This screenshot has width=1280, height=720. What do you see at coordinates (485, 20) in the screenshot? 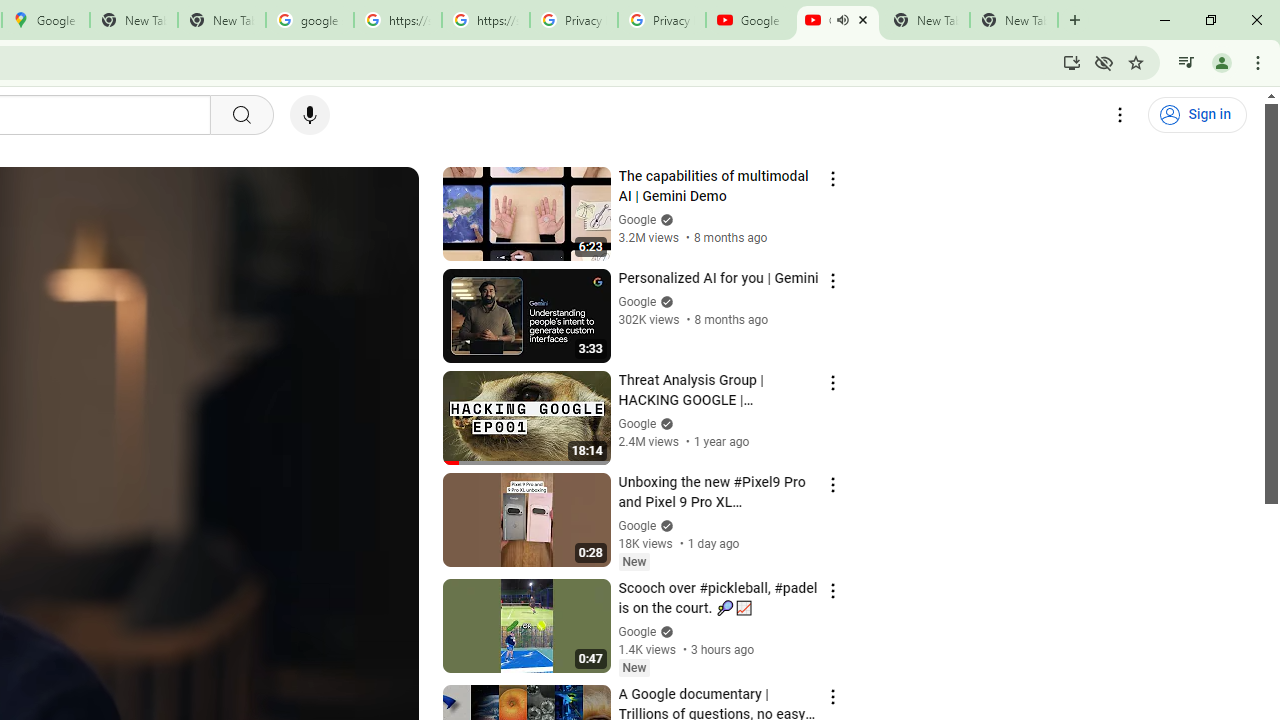
I see `'https://scholar.google.com/'` at bounding box center [485, 20].